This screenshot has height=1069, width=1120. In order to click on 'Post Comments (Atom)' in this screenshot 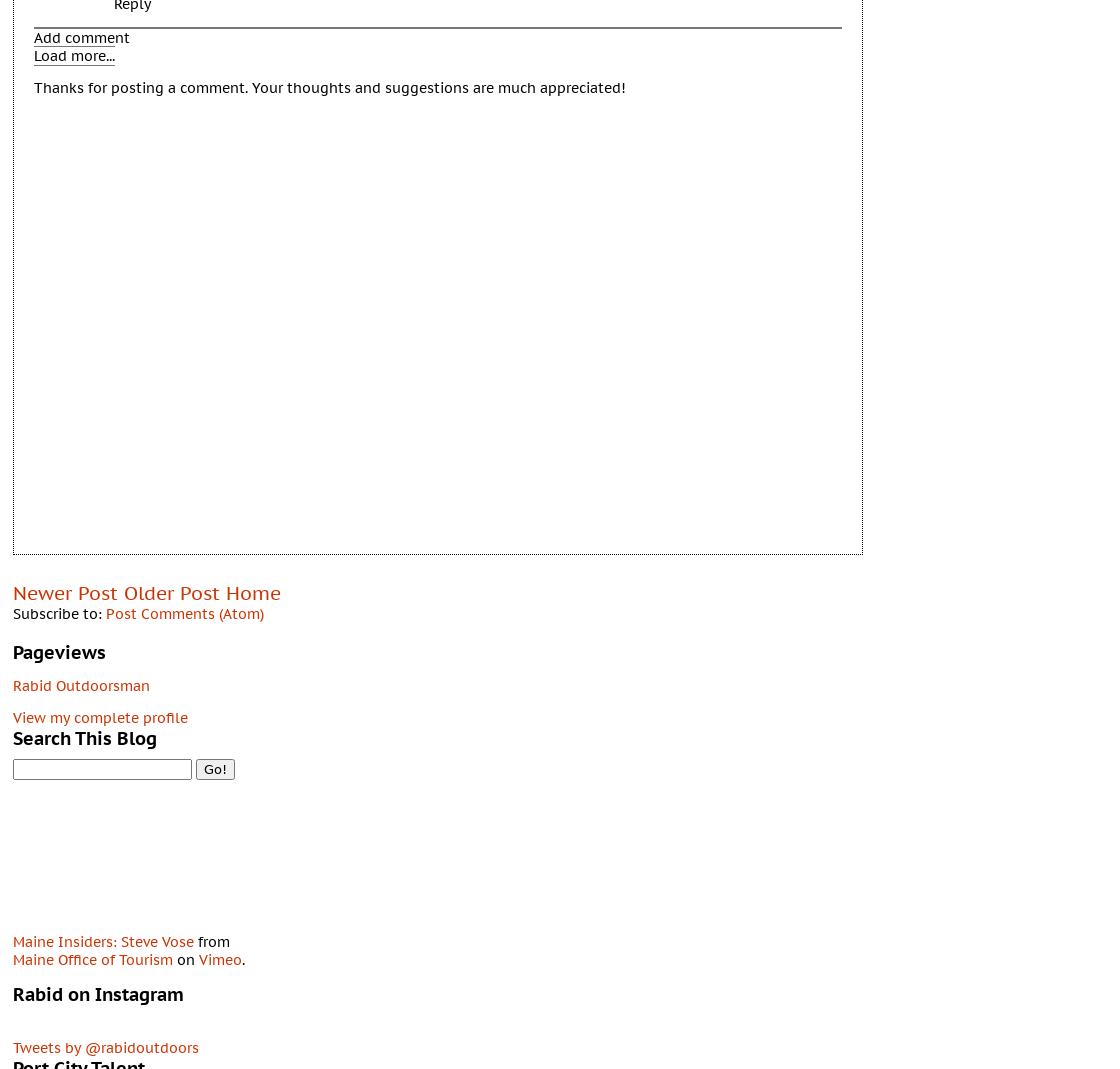, I will do `click(185, 612)`.